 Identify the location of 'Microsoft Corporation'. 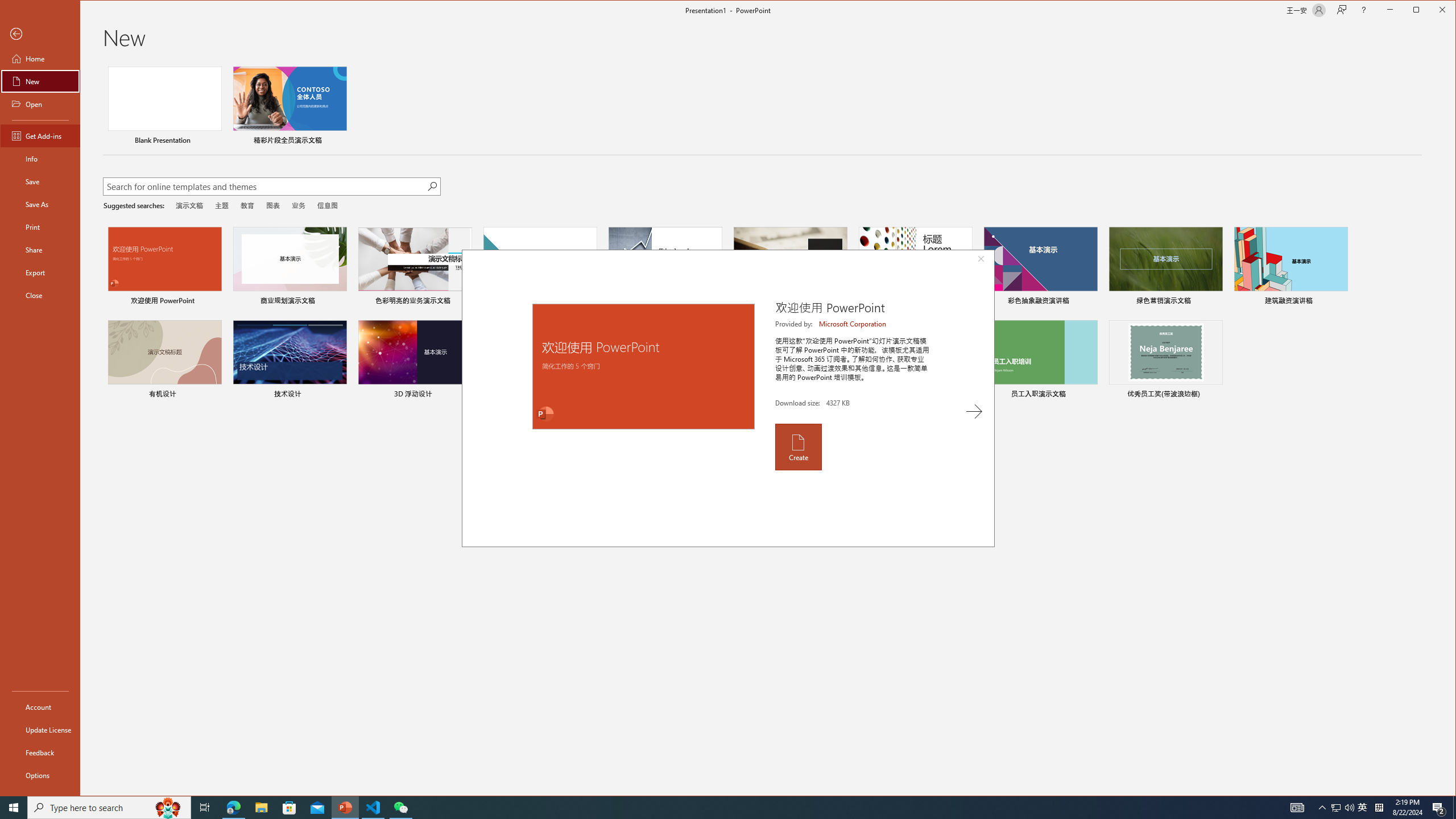
(853, 323).